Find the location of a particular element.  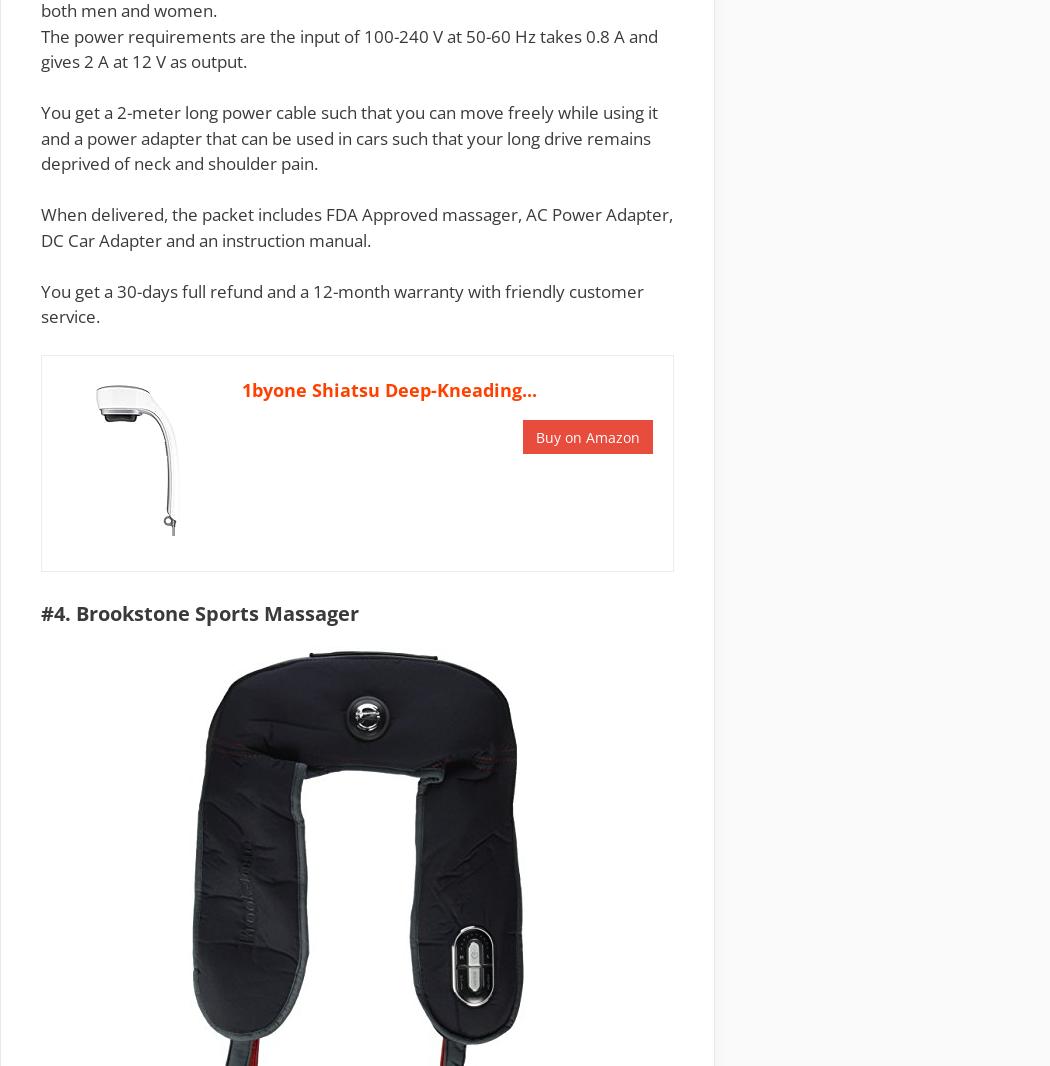

'1byone Shiatsu Deep-Kneading...' is located at coordinates (389, 390).